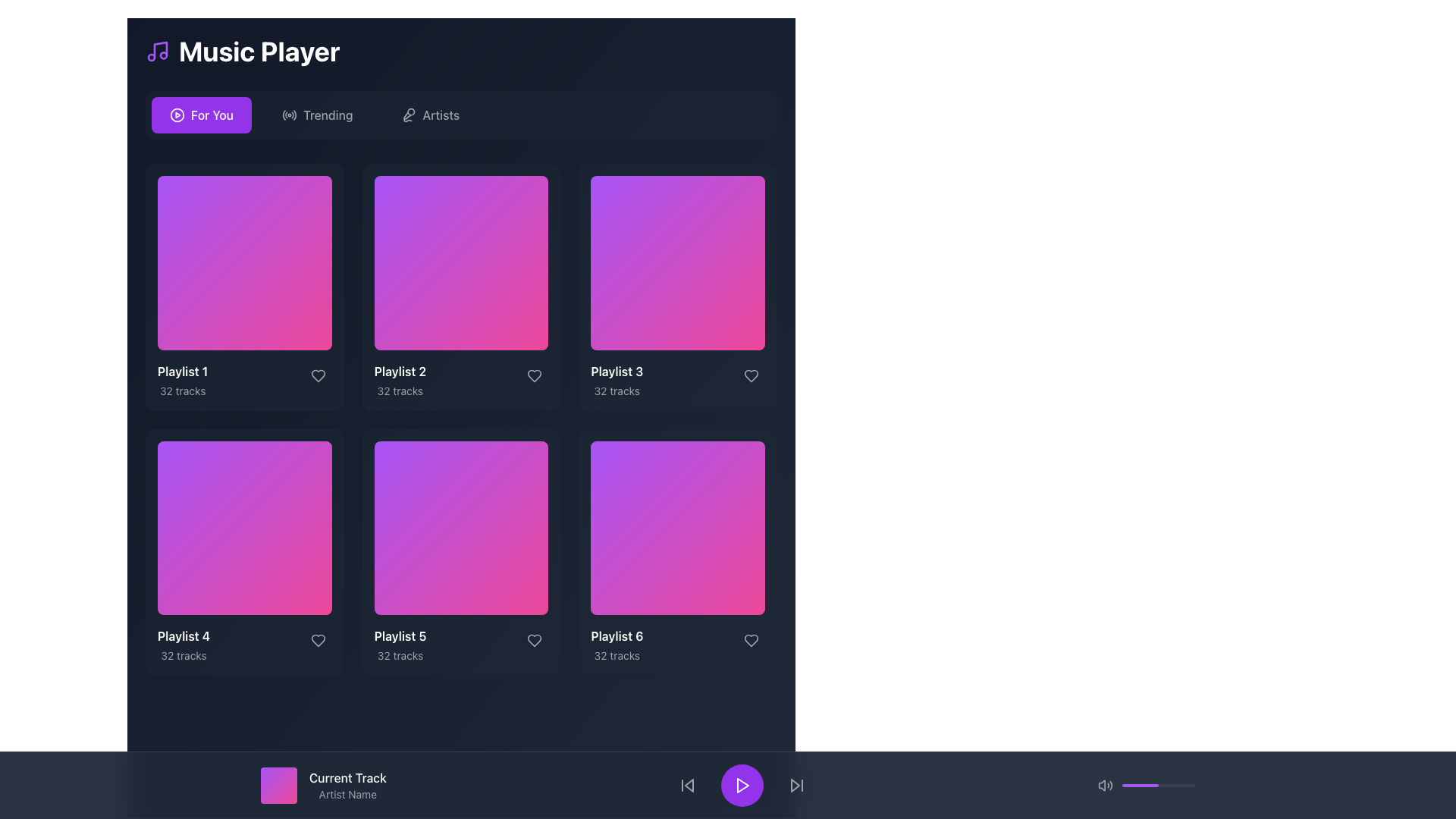 The width and height of the screenshot is (1456, 819). What do you see at coordinates (617, 379) in the screenshot?
I see `the text block displaying 'Playlist 3' with 32 tracks, located in the center-right section of the playlist grid, specifically in the third tile from the left on the second row` at bounding box center [617, 379].